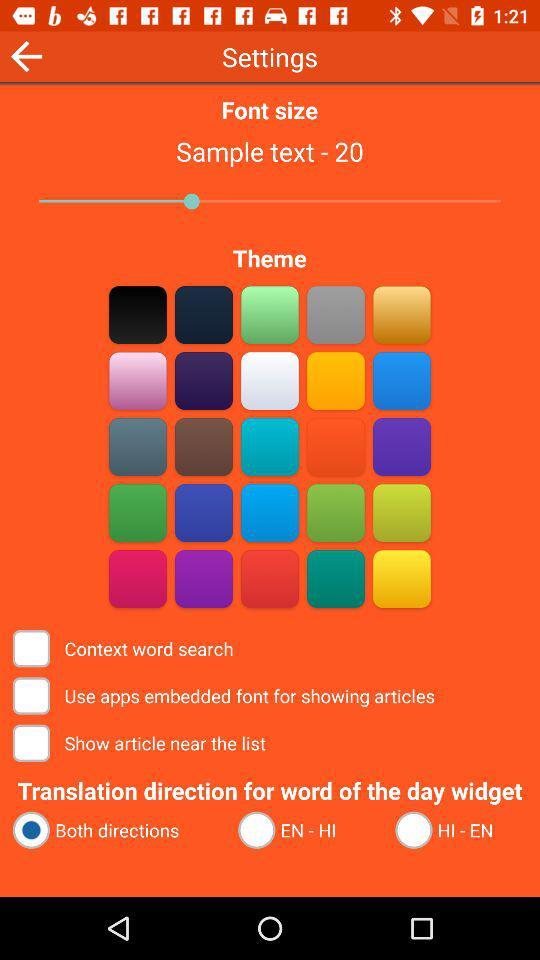 The width and height of the screenshot is (540, 960). What do you see at coordinates (125, 647) in the screenshot?
I see `the context word search item` at bounding box center [125, 647].